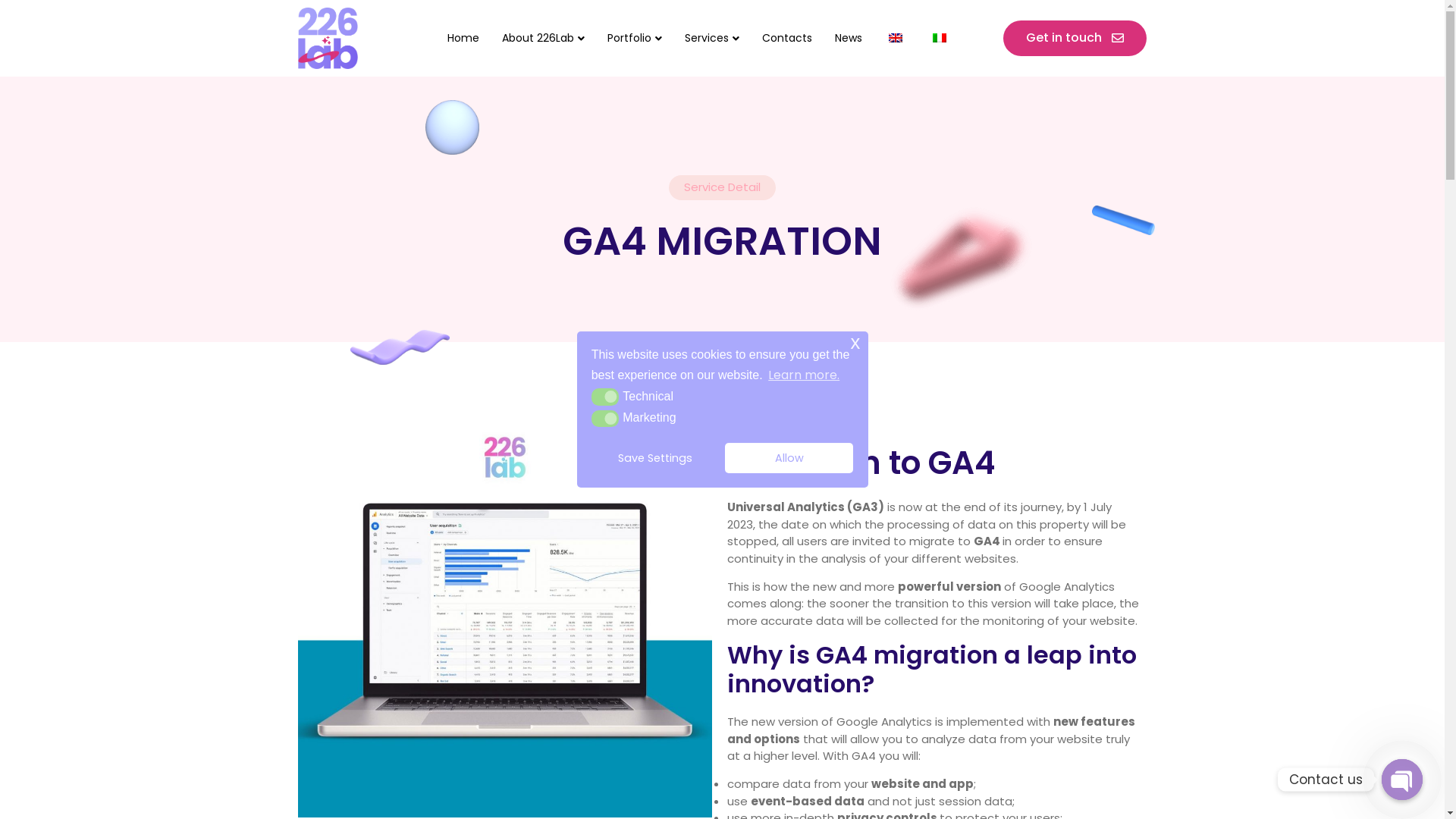  What do you see at coordinates (655, 457) in the screenshot?
I see `'Save Settings'` at bounding box center [655, 457].